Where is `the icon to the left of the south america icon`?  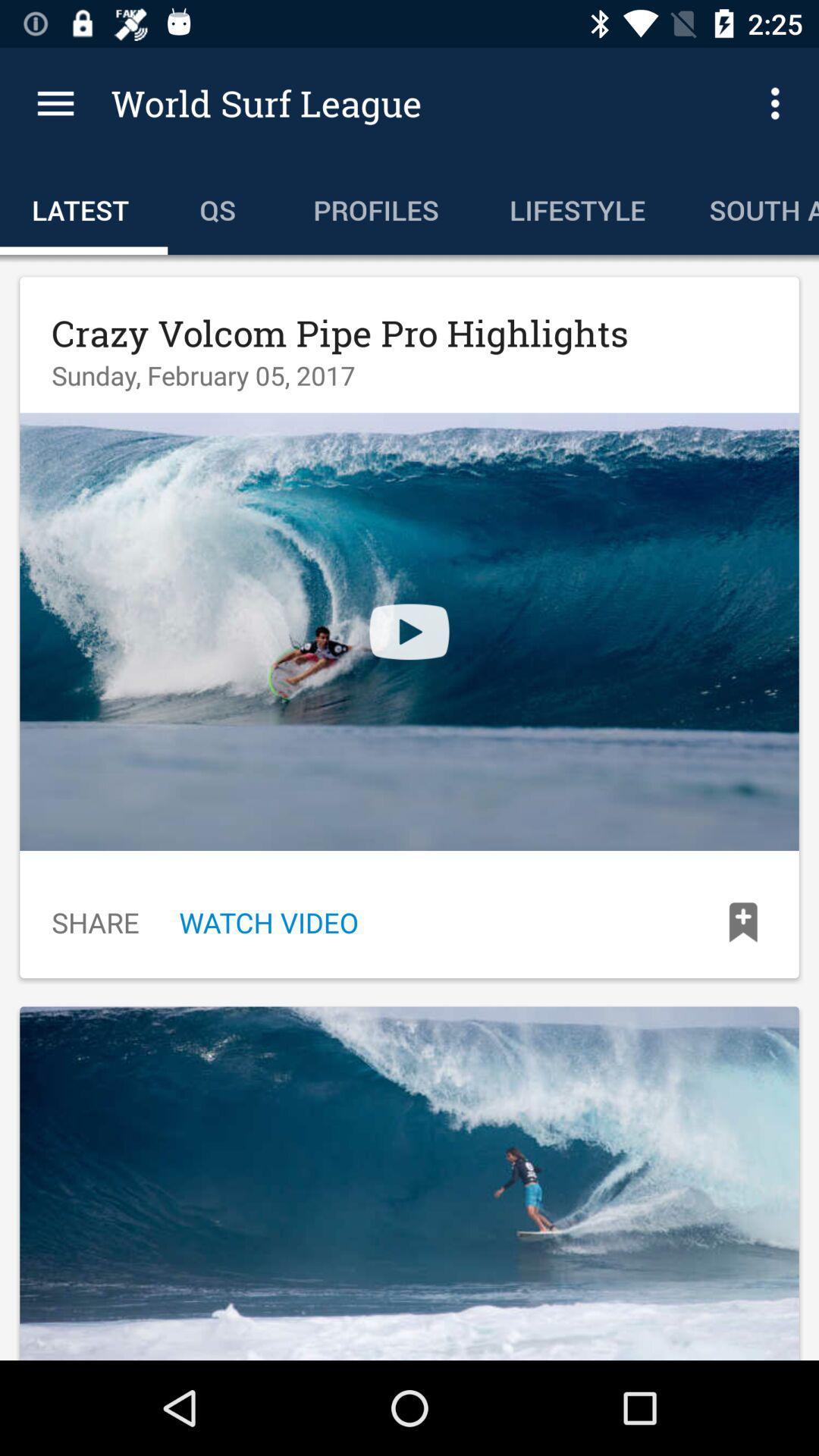 the icon to the left of the south america icon is located at coordinates (577, 206).